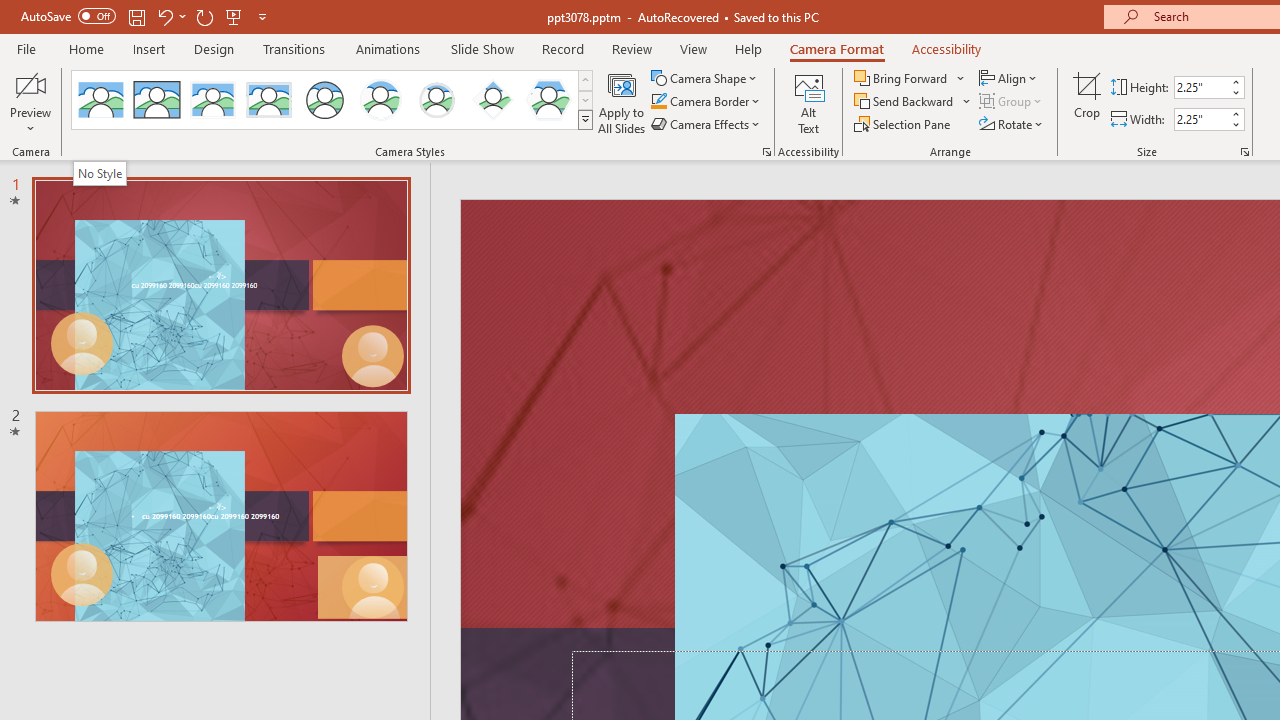  Describe the element at coordinates (156, 100) in the screenshot. I see `'Simple Frame Rectangle'` at that location.